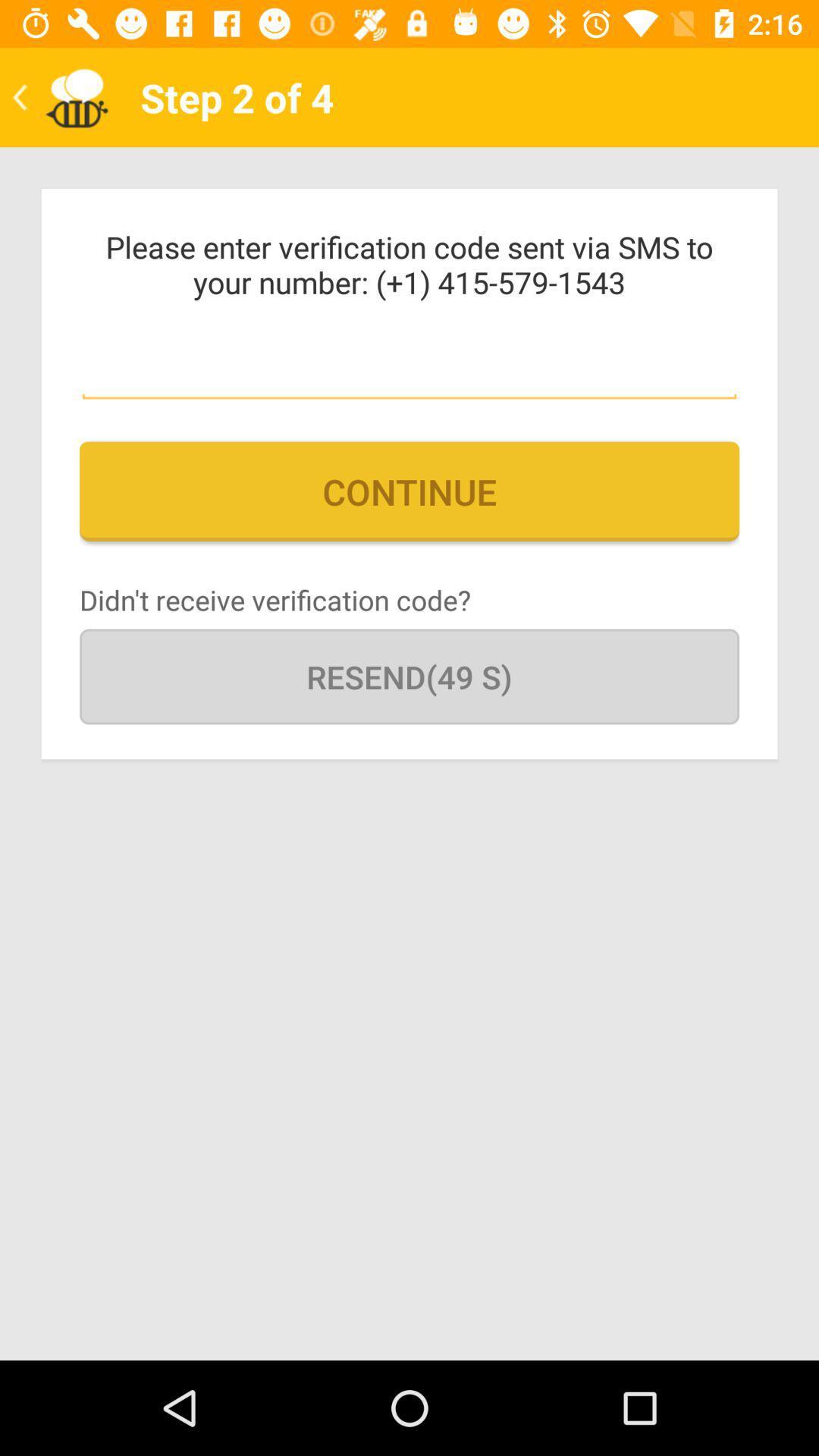 The height and width of the screenshot is (1456, 819). I want to click on item above didn t receive item, so click(409, 491).